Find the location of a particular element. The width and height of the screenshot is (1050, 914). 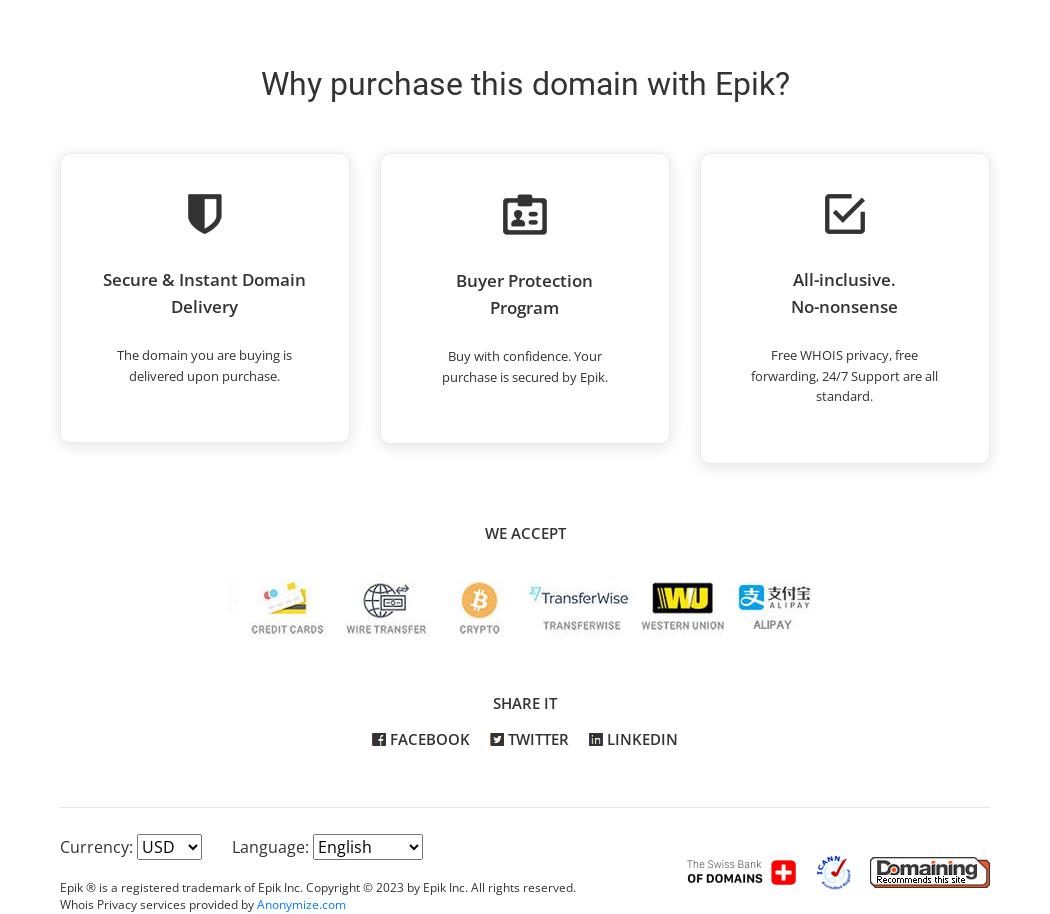

'All-inclusive.' is located at coordinates (791, 279).